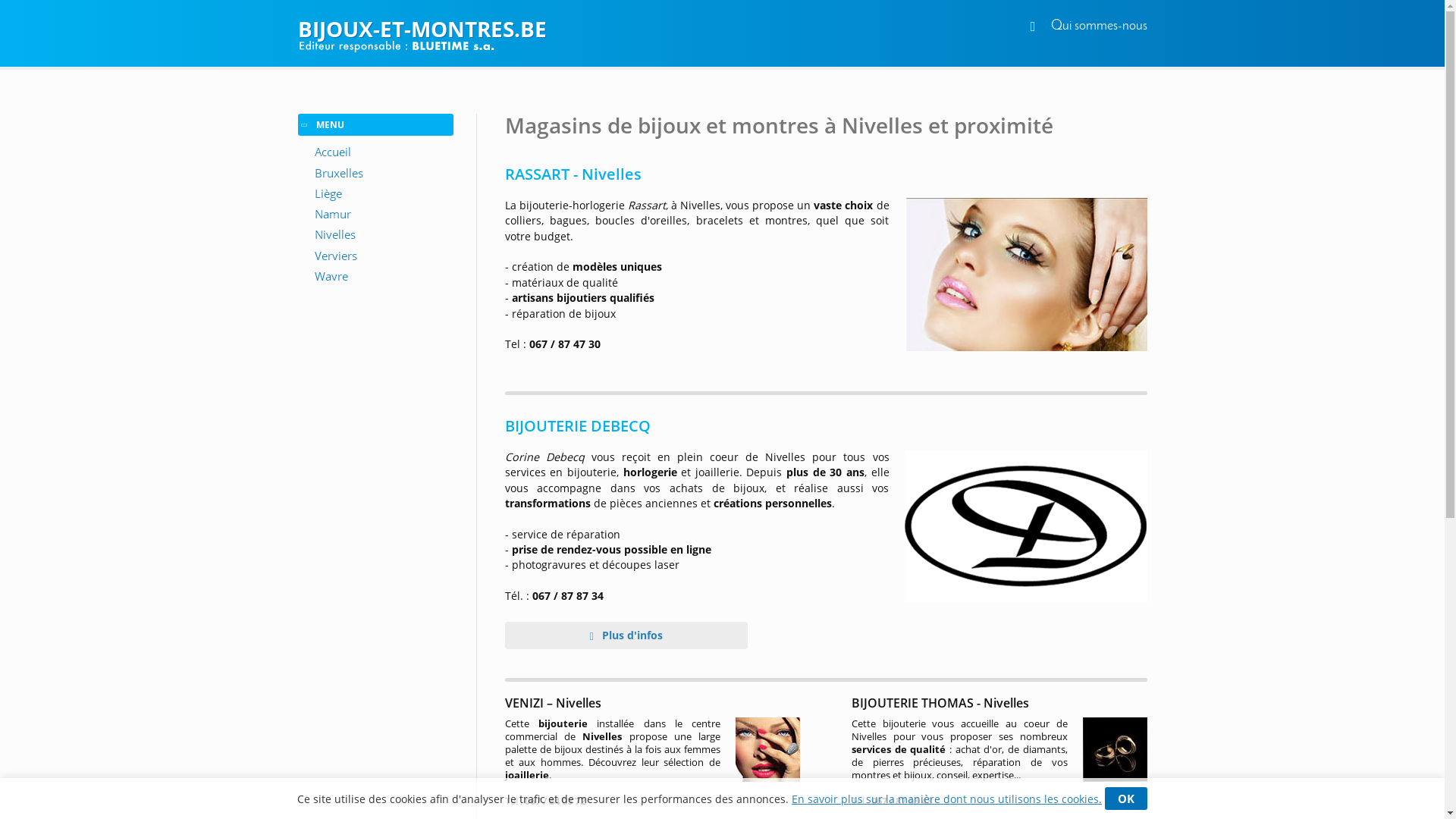  Describe the element at coordinates (1050, 26) in the screenshot. I see `'Qui sommes-nous'` at that location.